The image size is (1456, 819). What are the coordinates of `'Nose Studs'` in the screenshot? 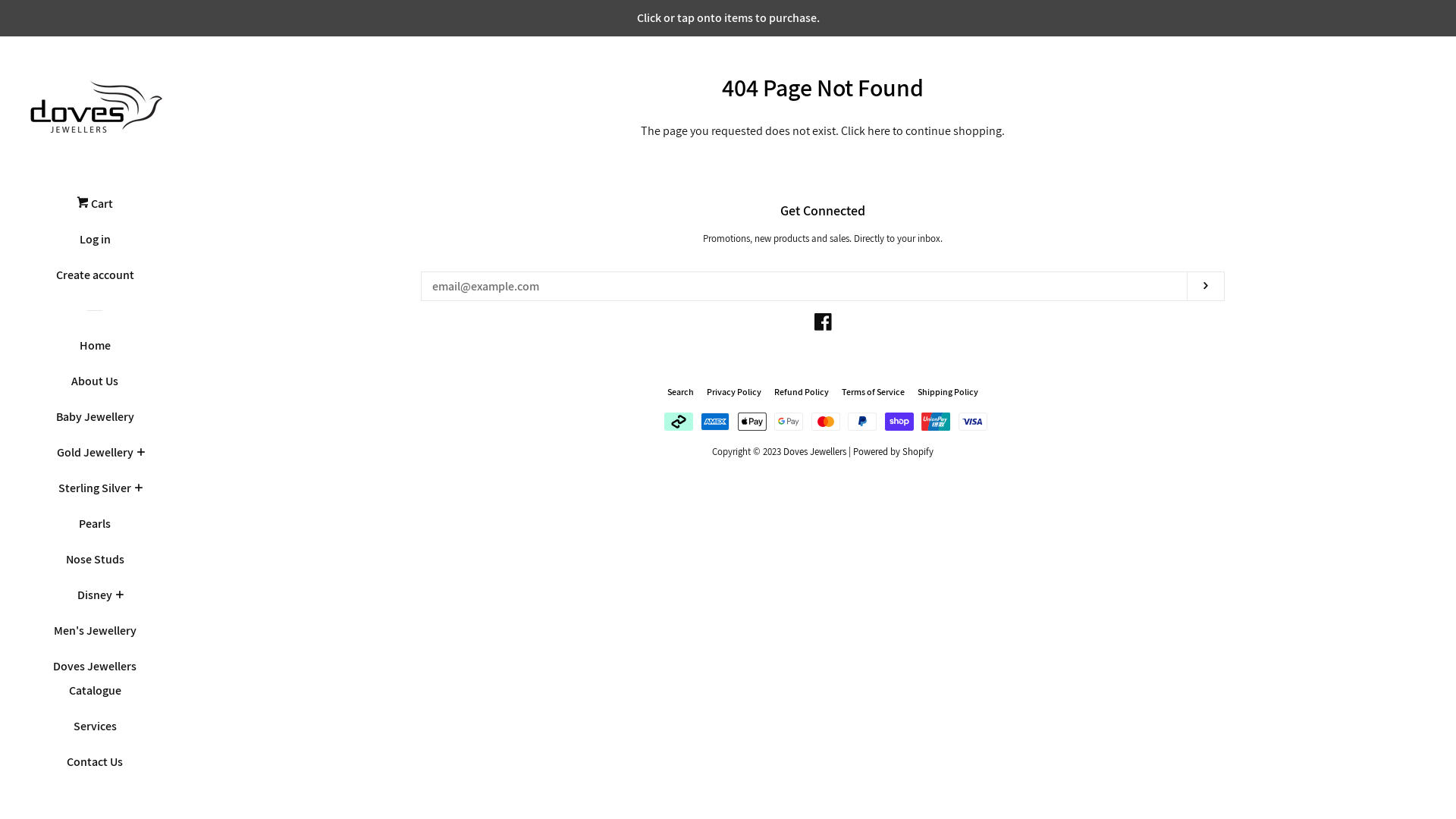 It's located at (93, 565).